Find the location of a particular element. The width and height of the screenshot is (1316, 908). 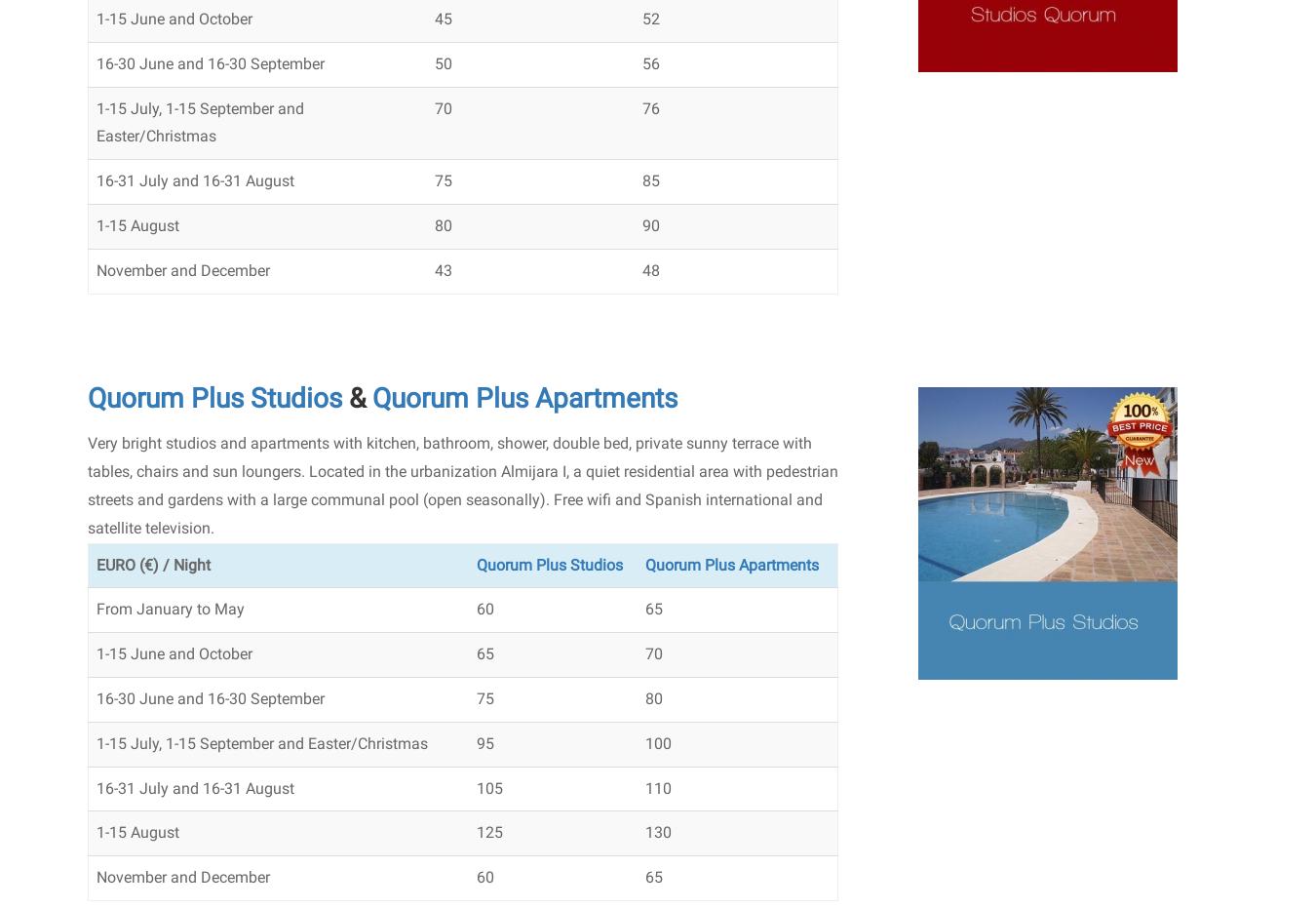

'130' is located at coordinates (658, 831).